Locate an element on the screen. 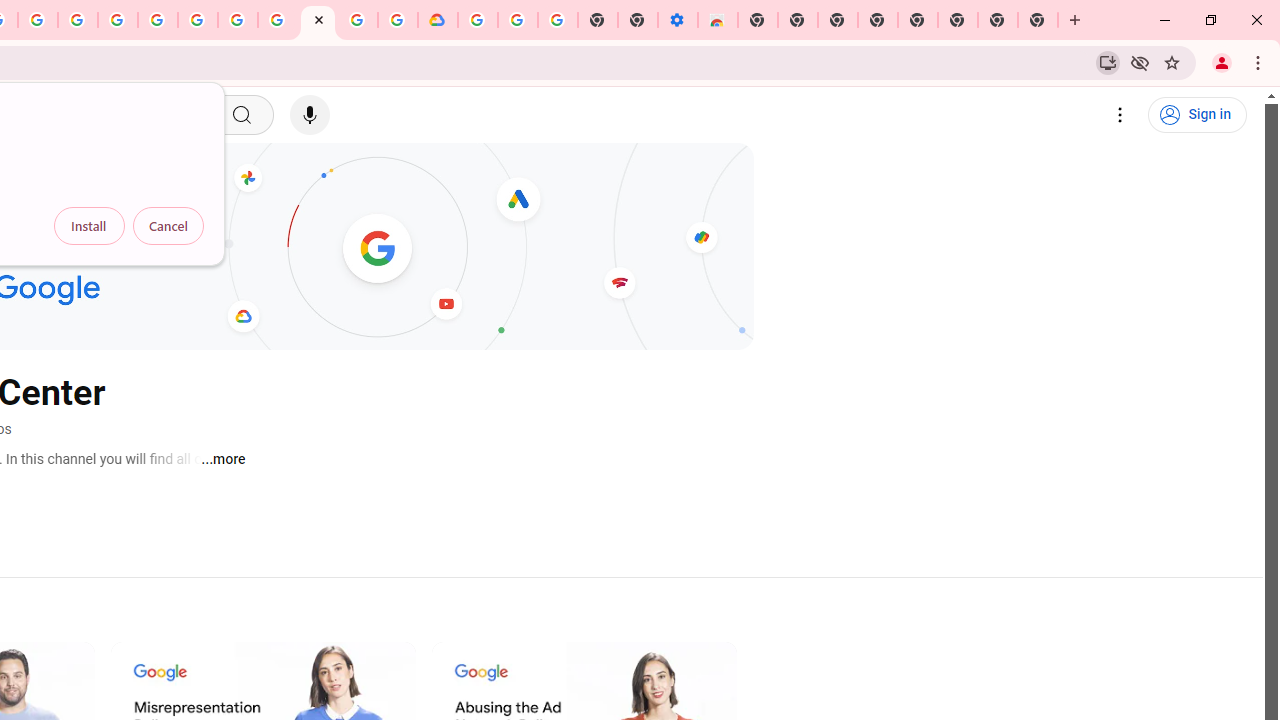 The width and height of the screenshot is (1280, 720). 'New Tab' is located at coordinates (1038, 20).